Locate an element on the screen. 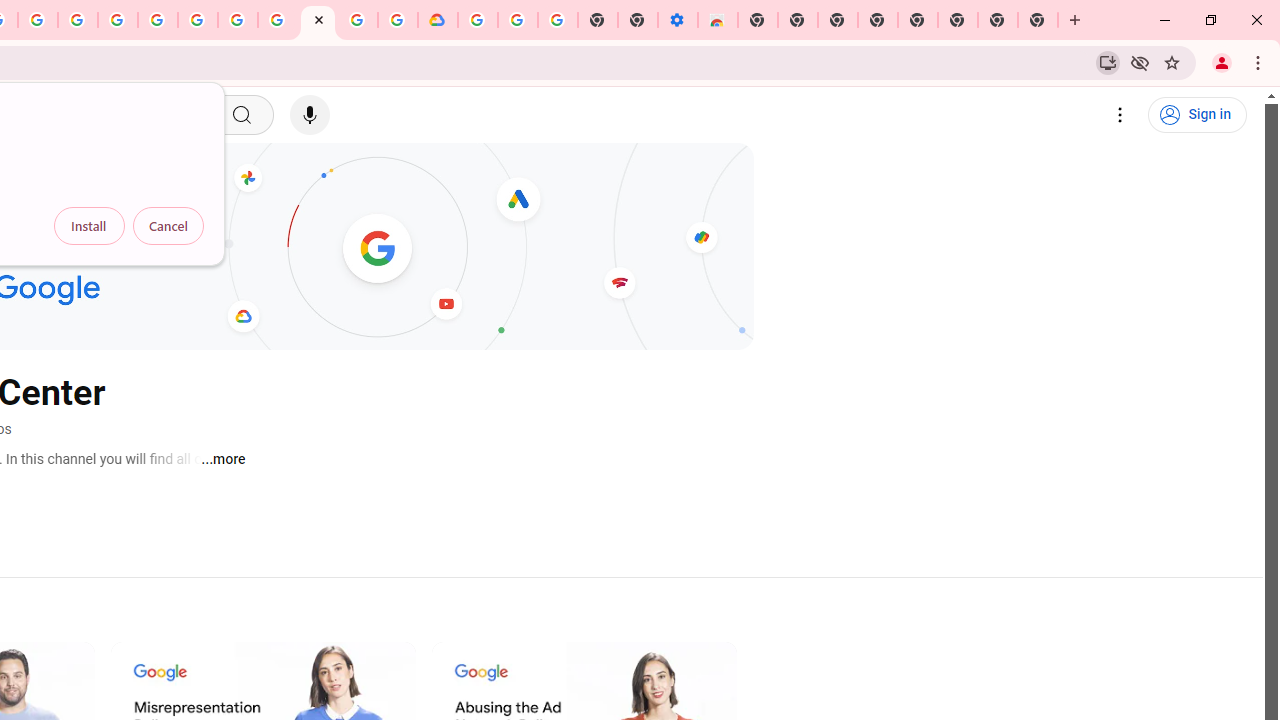 The width and height of the screenshot is (1280, 720). 'New Tab' is located at coordinates (1038, 20).